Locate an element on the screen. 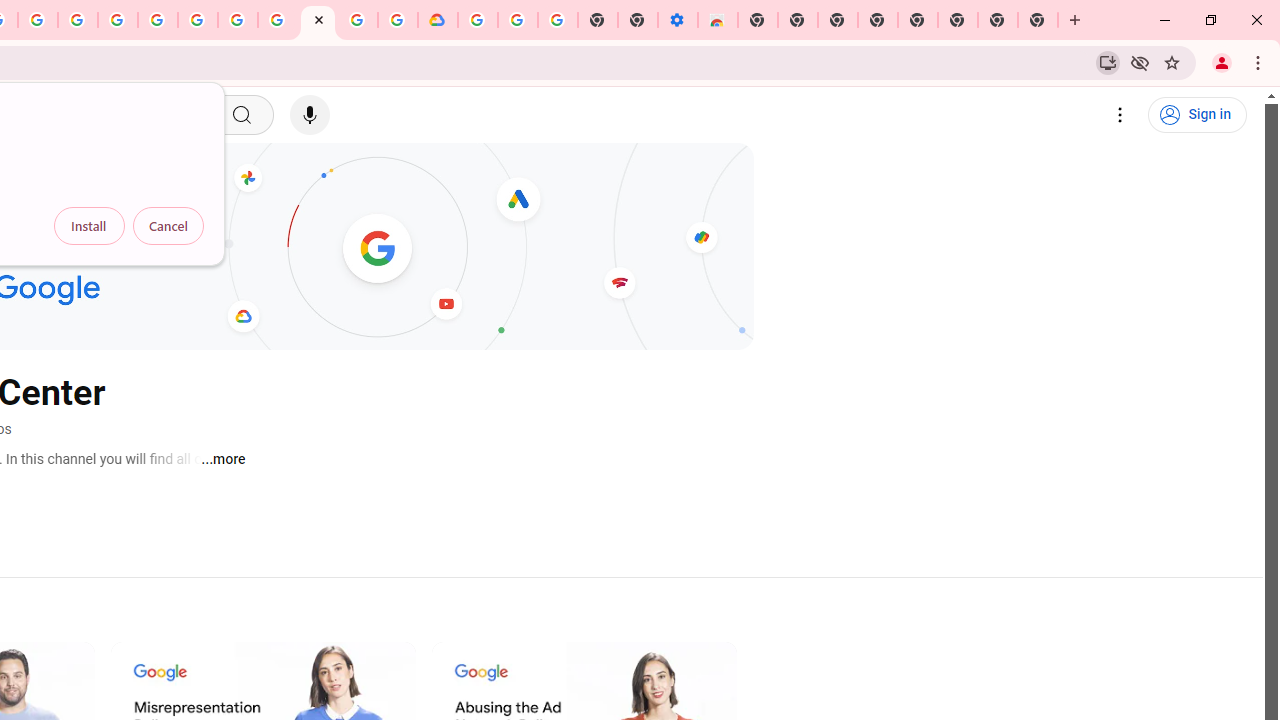 The width and height of the screenshot is (1280, 720). 'New Tab' is located at coordinates (1038, 20).